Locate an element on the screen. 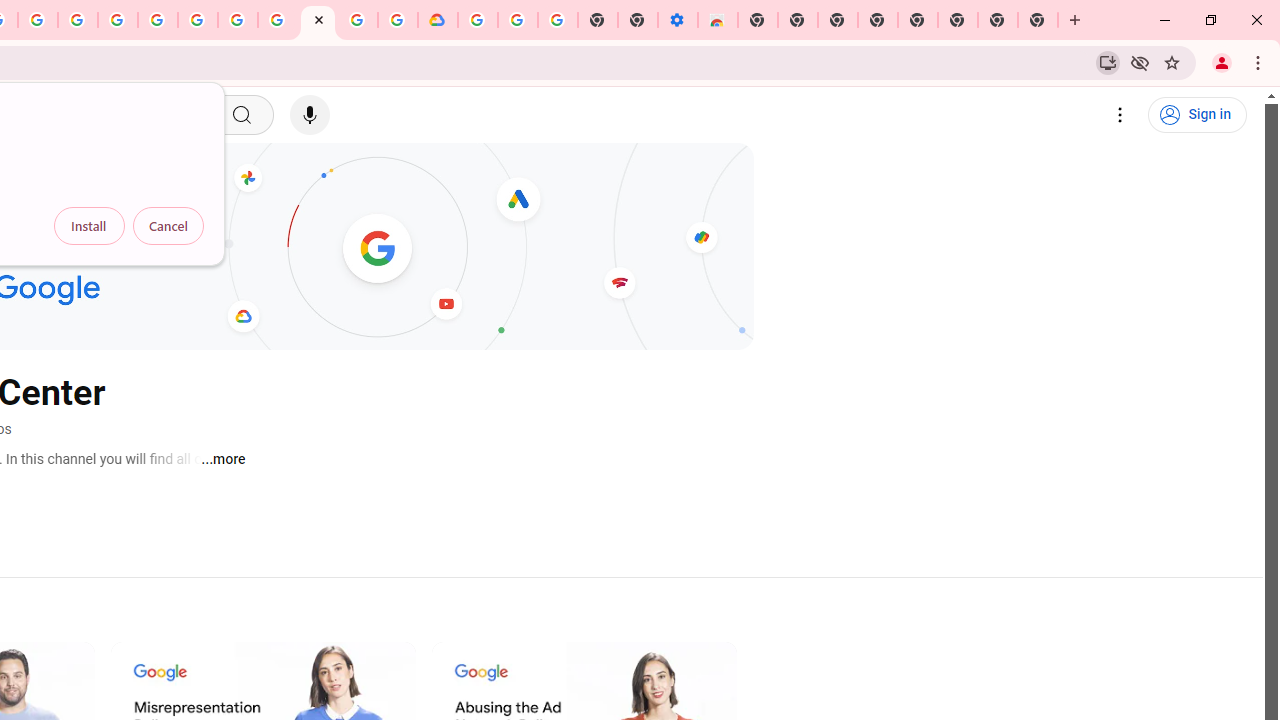 The width and height of the screenshot is (1280, 720). 'New Tab' is located at coordinates (1038, 20).